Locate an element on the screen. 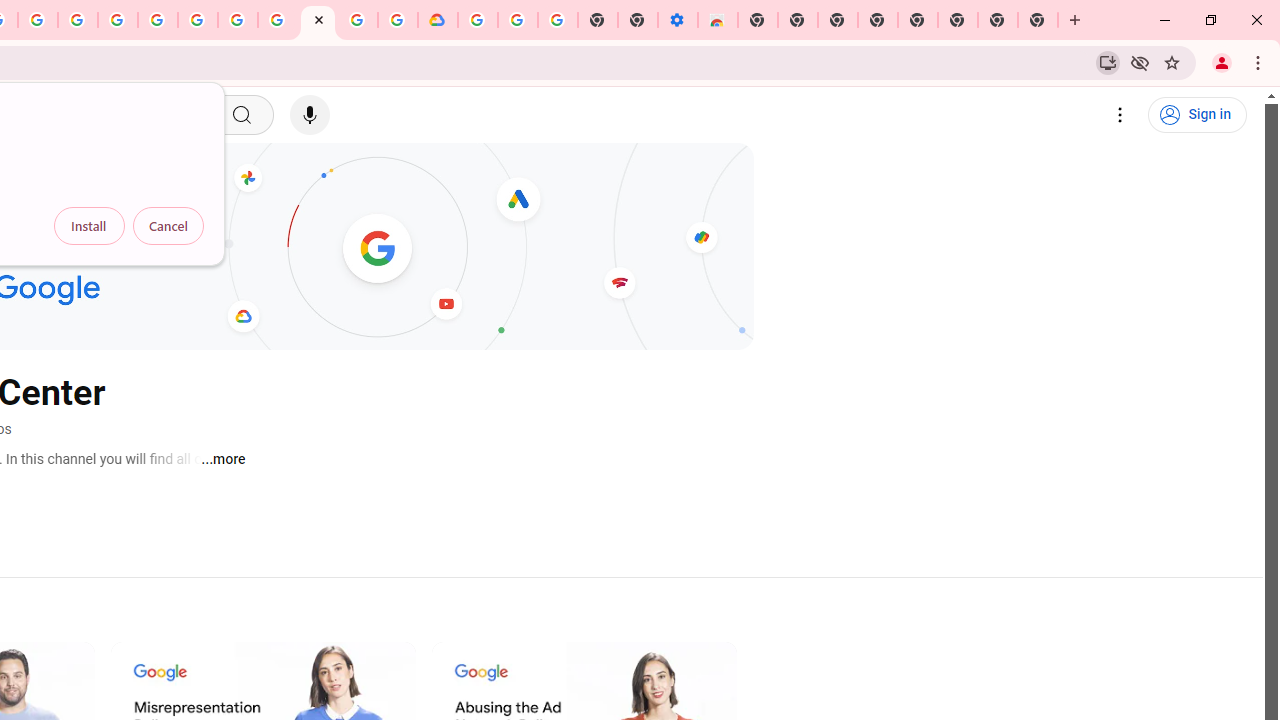 The width and height of the screenshot is (1280, 720). 'New Tab' is located at coordinates (1038, 20).